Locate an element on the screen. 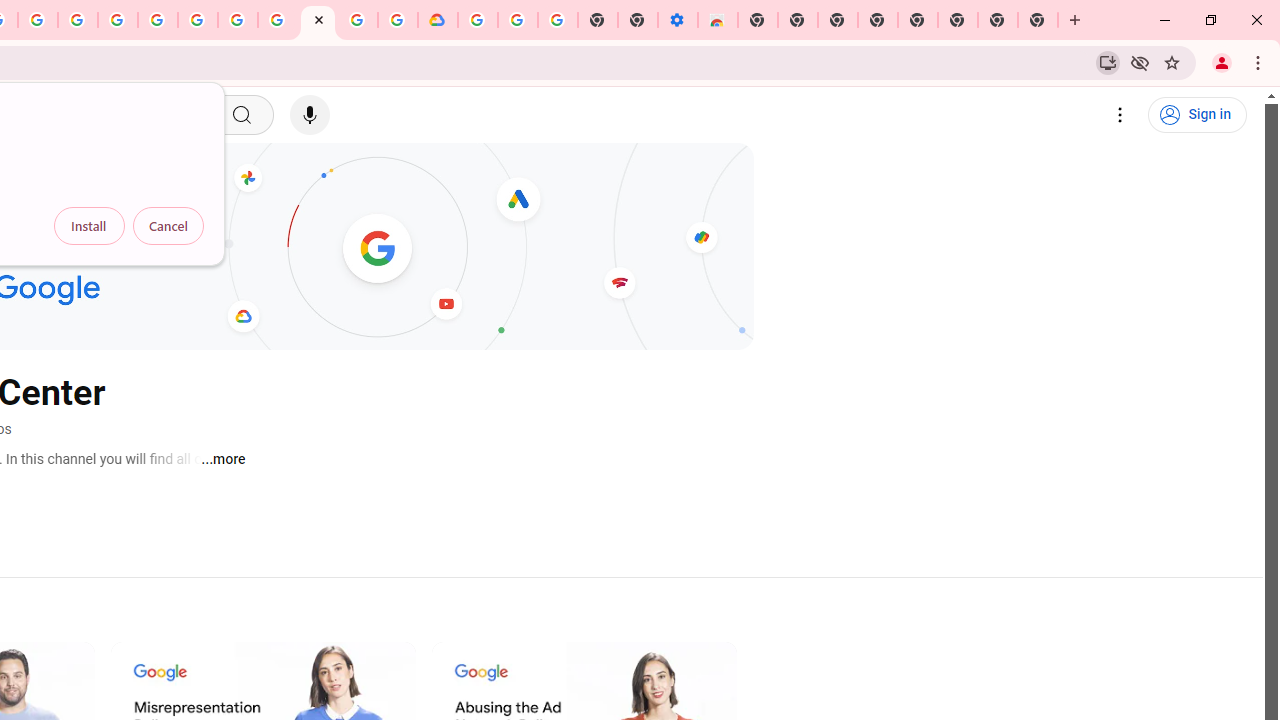 The width and height of the screenshot is (1280, 720). 'New Tab' is located at coordinates (1038, 20).